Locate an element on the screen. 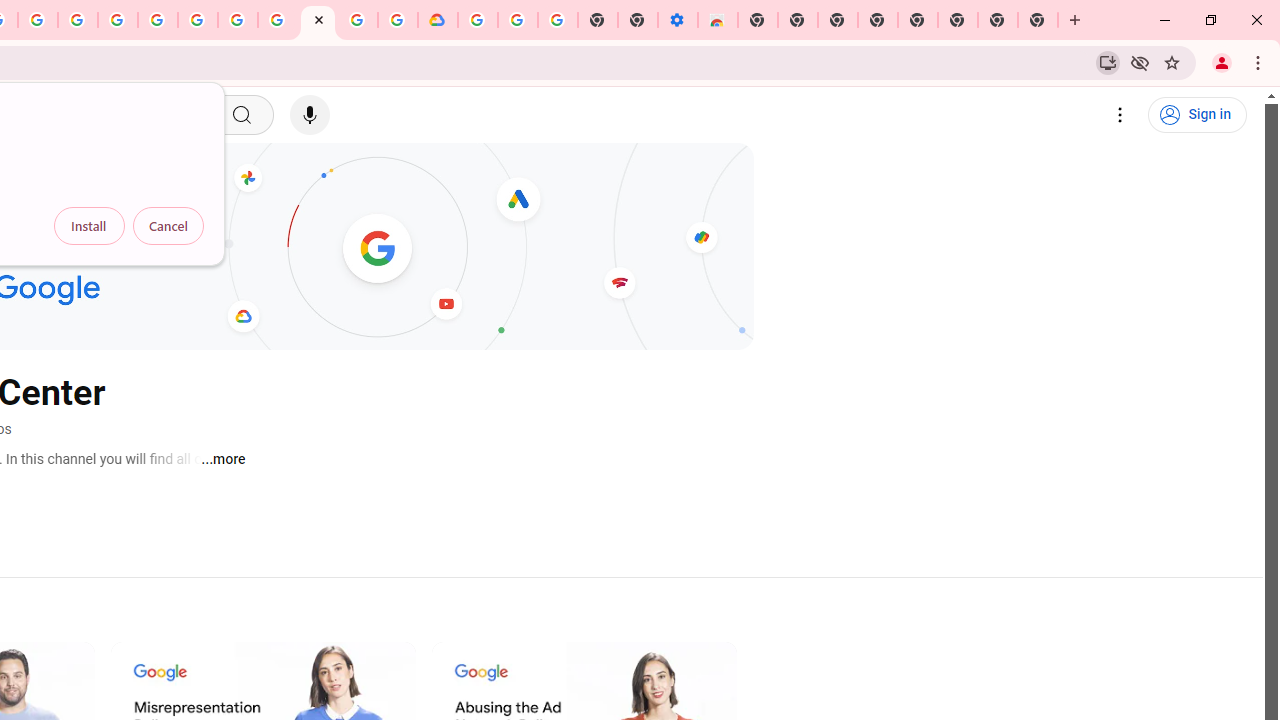 The width and height of the screenshot is (1280, 720). 'New Tab' is located at coordinates (1038, 20).